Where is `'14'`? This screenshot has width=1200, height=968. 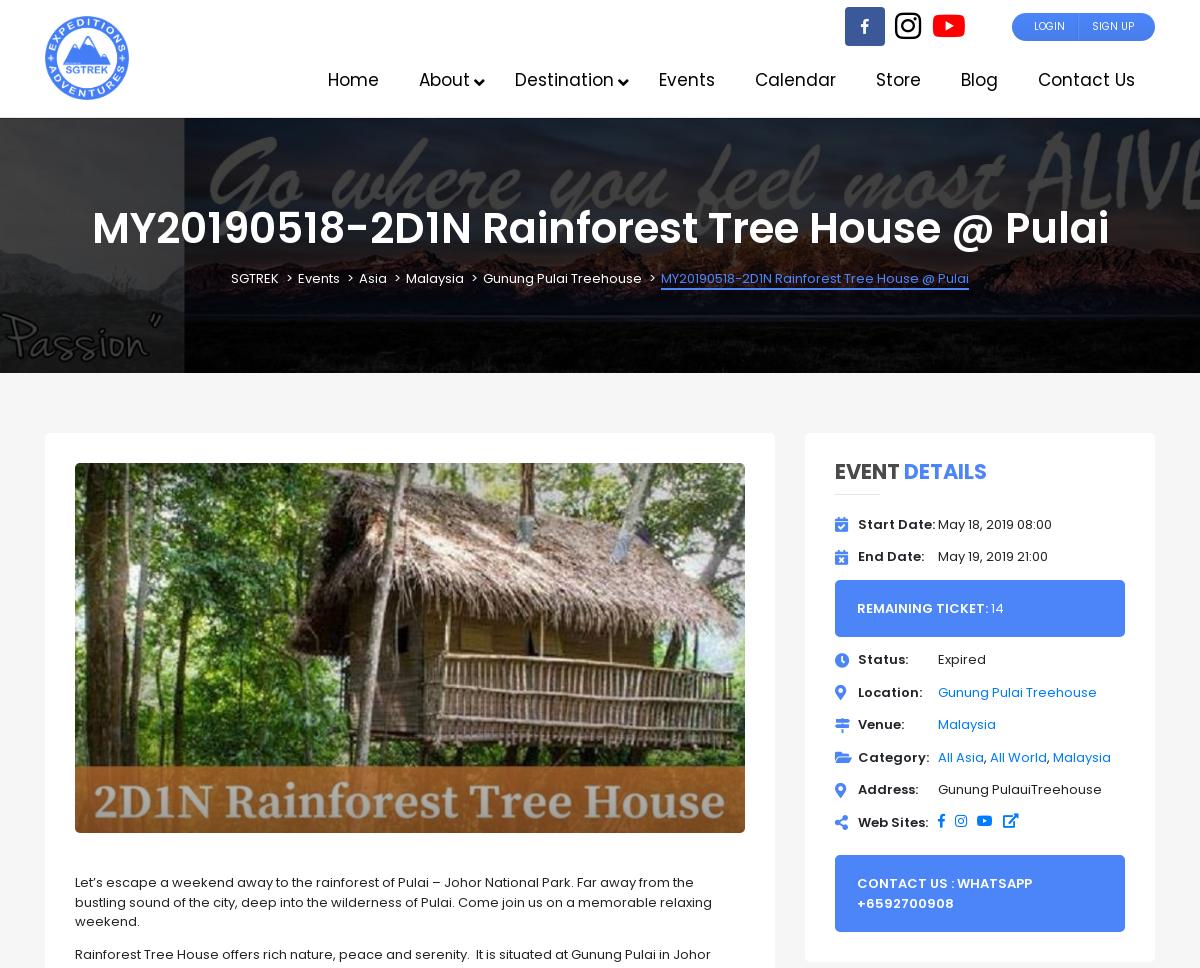
'14' is located at coordinates (997, 606).